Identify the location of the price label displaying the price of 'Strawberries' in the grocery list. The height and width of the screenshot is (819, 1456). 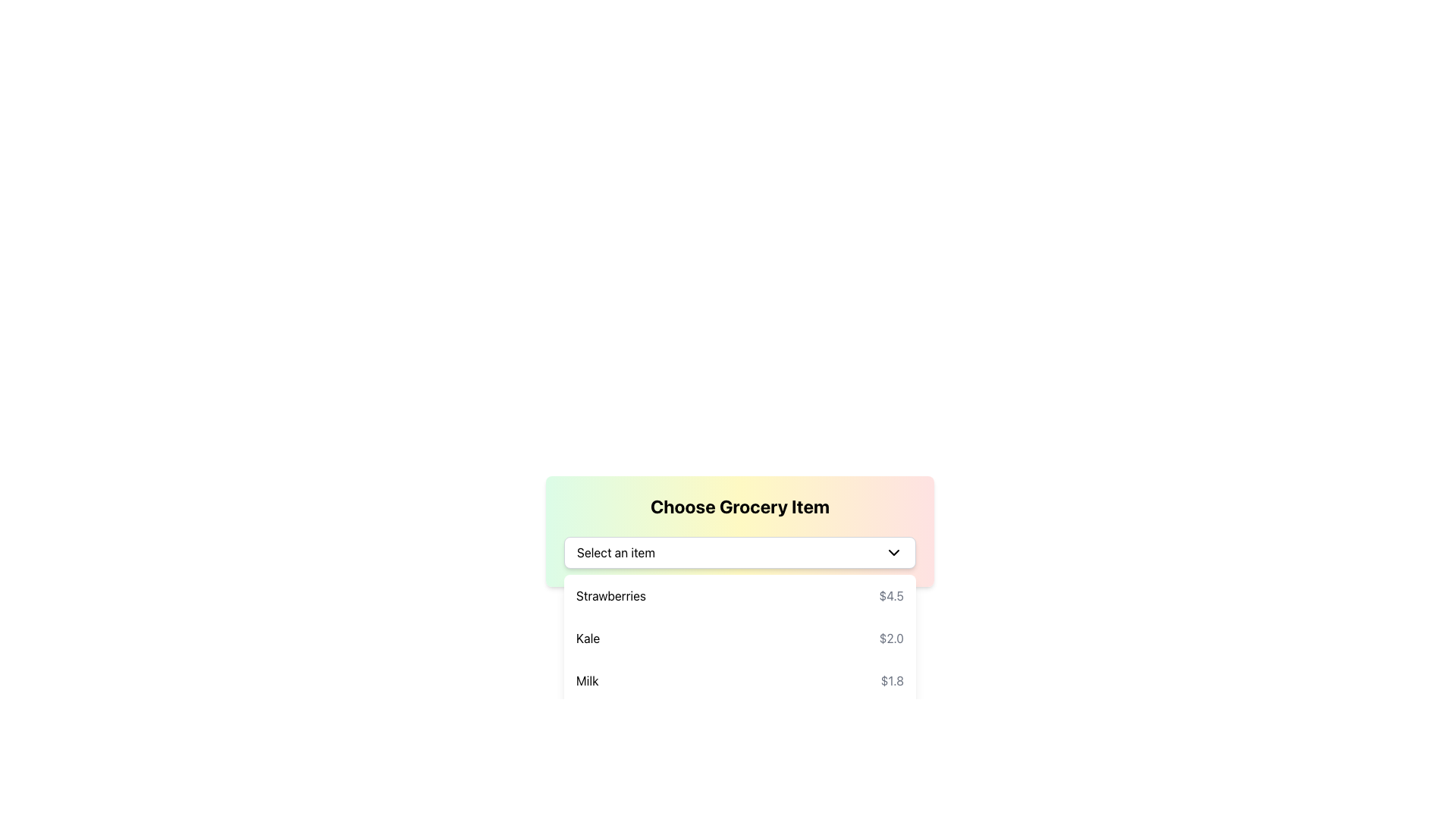
(891, 595).